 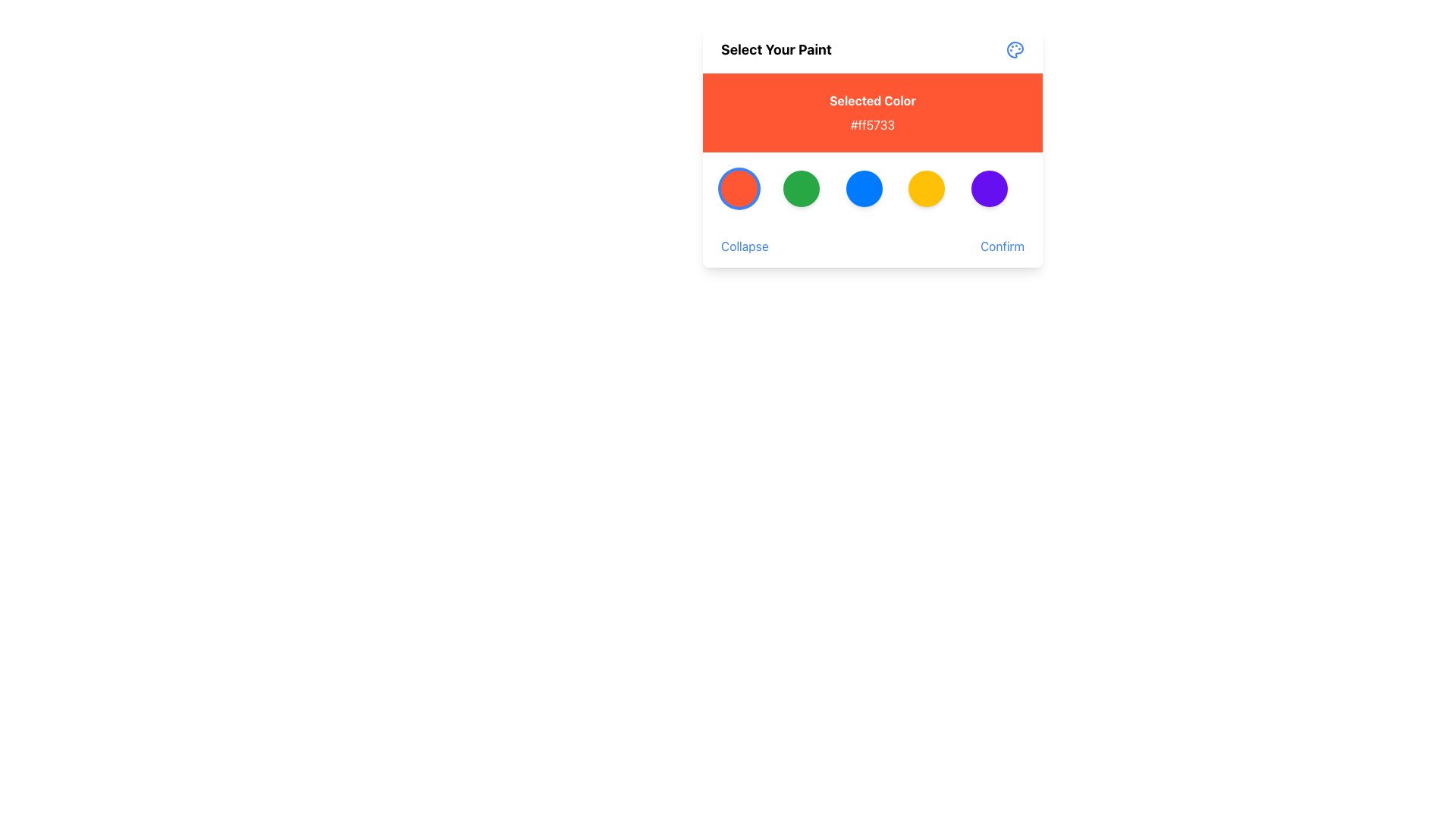 What do you see at coordinates (873, 112) in the screenshot?
I see `the Informative panel with a bright orange-red background that displays 'Selected Color' and '#ff5733' text, located centrally below the header 'Select Your Paint'` at bounding box center [873, 112].